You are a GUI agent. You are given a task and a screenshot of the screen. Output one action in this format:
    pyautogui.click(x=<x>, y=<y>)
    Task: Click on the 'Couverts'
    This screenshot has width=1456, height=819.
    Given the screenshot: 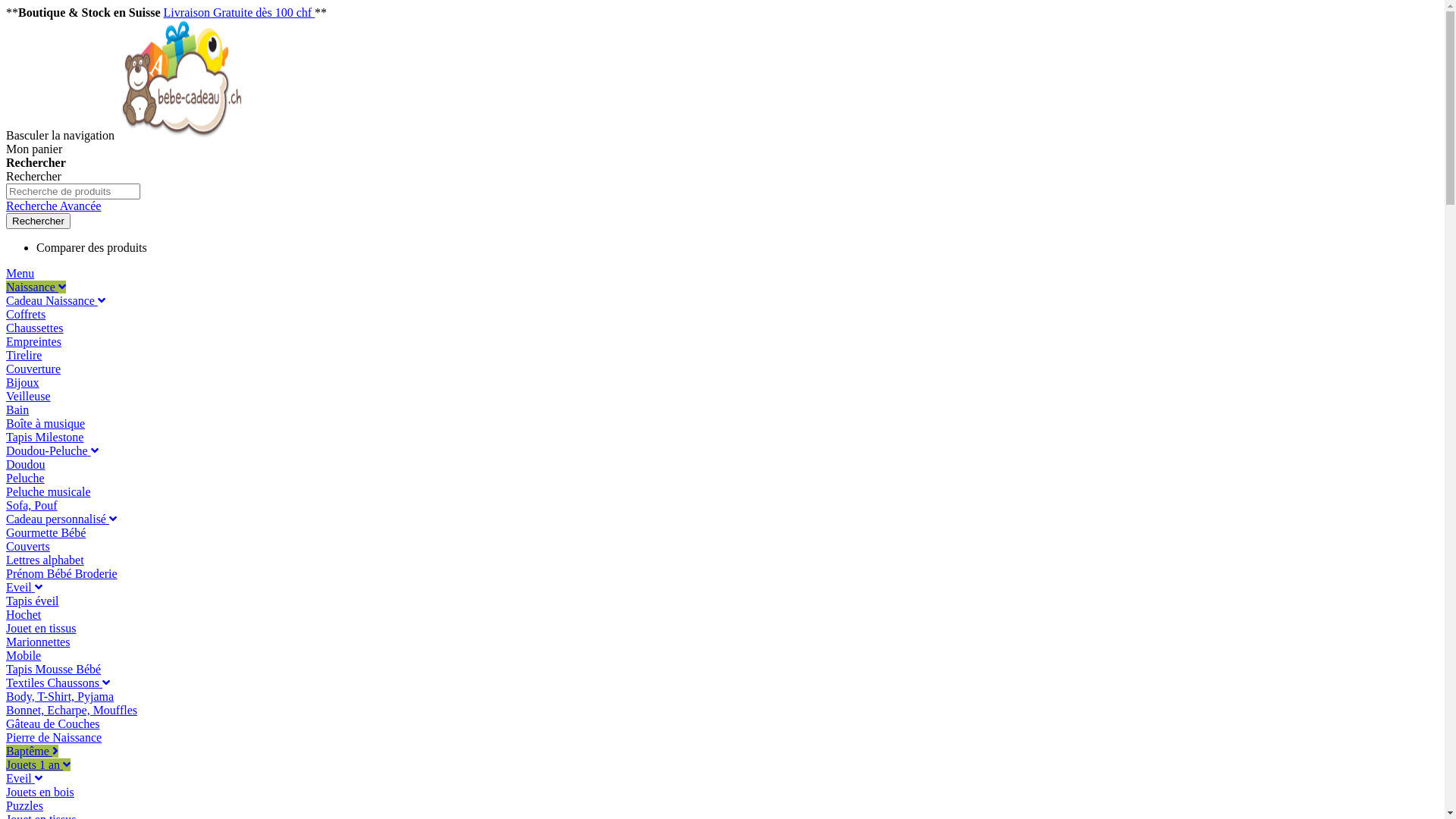 What is the action you would take?
    pyautogui.click(x=28, y=546)
    